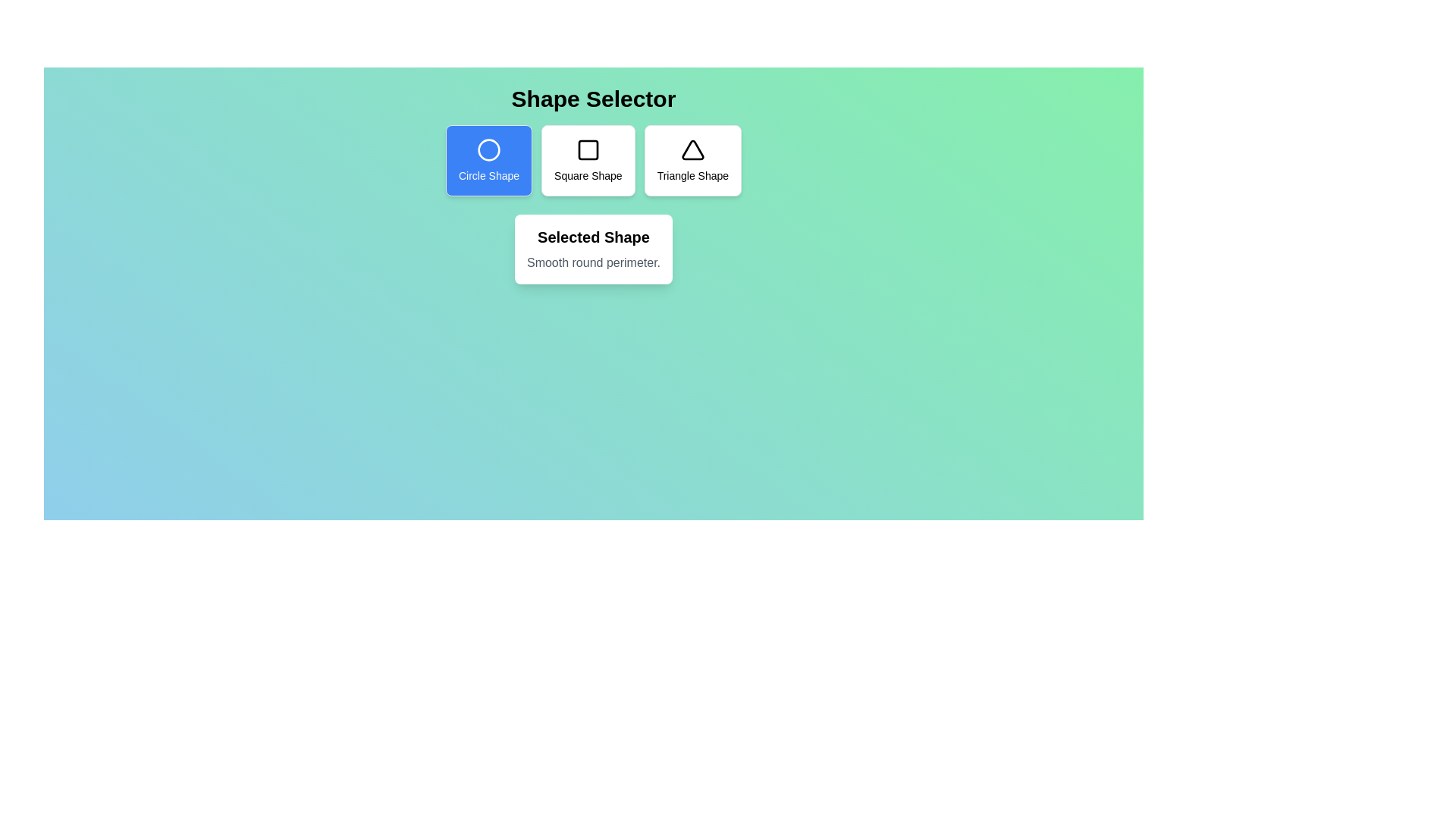 The height and width of the screenshot is (819, 1456). Describe the element at coordinates (588, 161) in the screenshot. I see `the button corresponding to the shape square` at that location.